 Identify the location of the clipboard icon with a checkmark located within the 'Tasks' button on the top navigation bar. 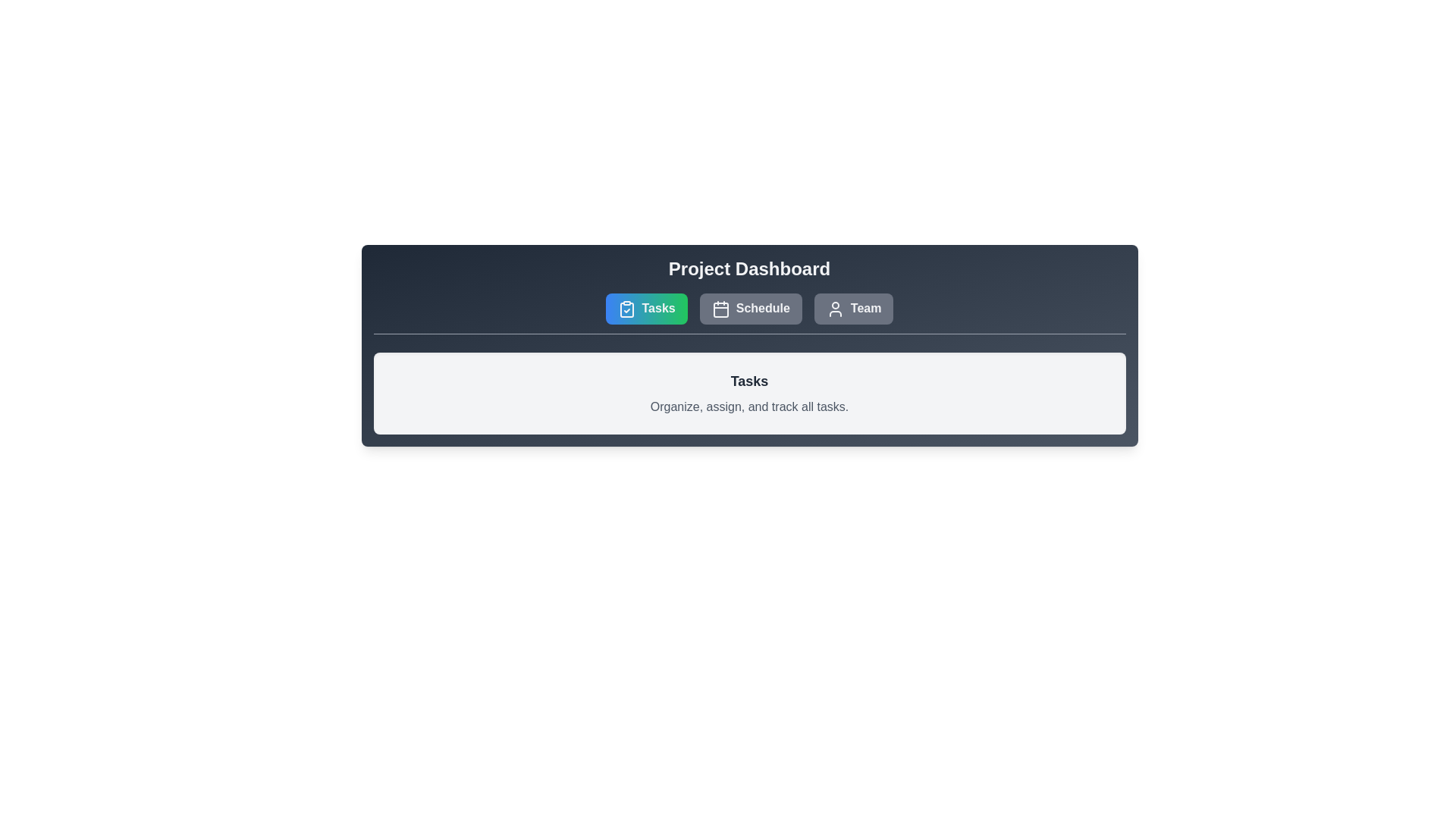
(626, 308).